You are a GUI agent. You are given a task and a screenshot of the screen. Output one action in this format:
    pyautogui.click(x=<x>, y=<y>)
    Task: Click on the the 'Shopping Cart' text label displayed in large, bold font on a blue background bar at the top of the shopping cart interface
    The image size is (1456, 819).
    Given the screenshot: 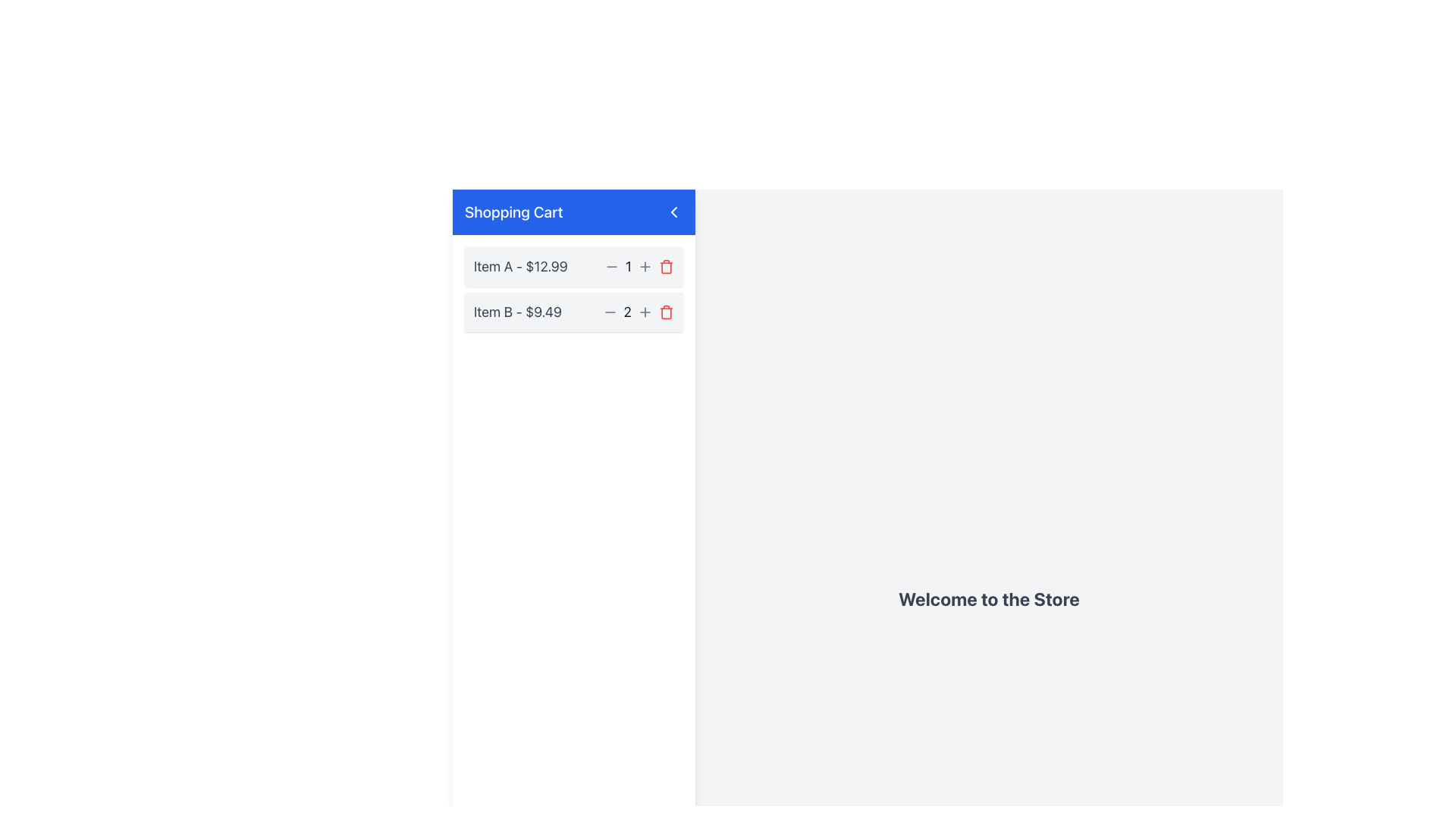 What is the action you would take?
    pyautogui.click(x=513, y=212)
    